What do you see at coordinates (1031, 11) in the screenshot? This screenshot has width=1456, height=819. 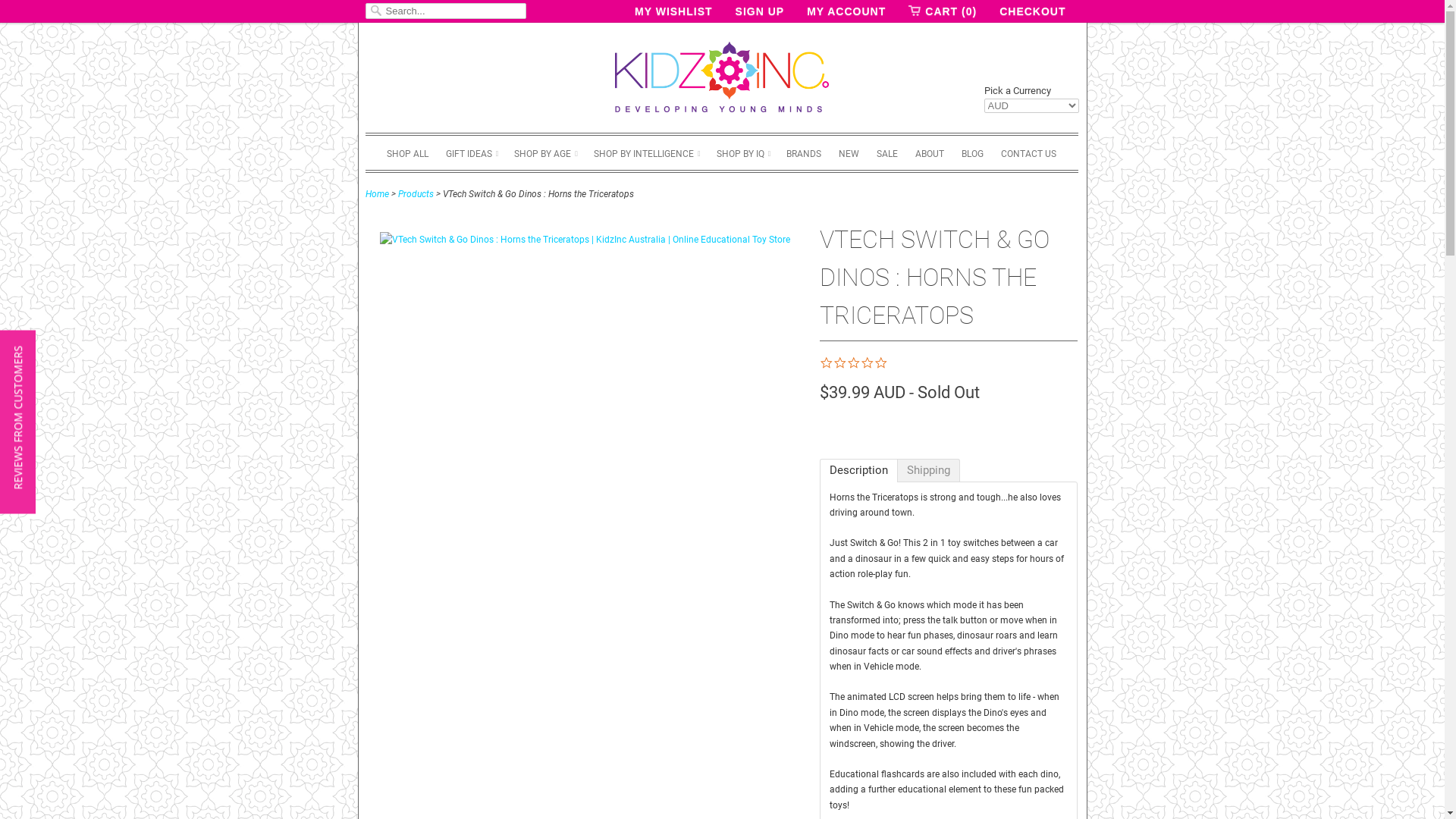 I see `'CHECKOUT'` at bounding box center [1031, 11].